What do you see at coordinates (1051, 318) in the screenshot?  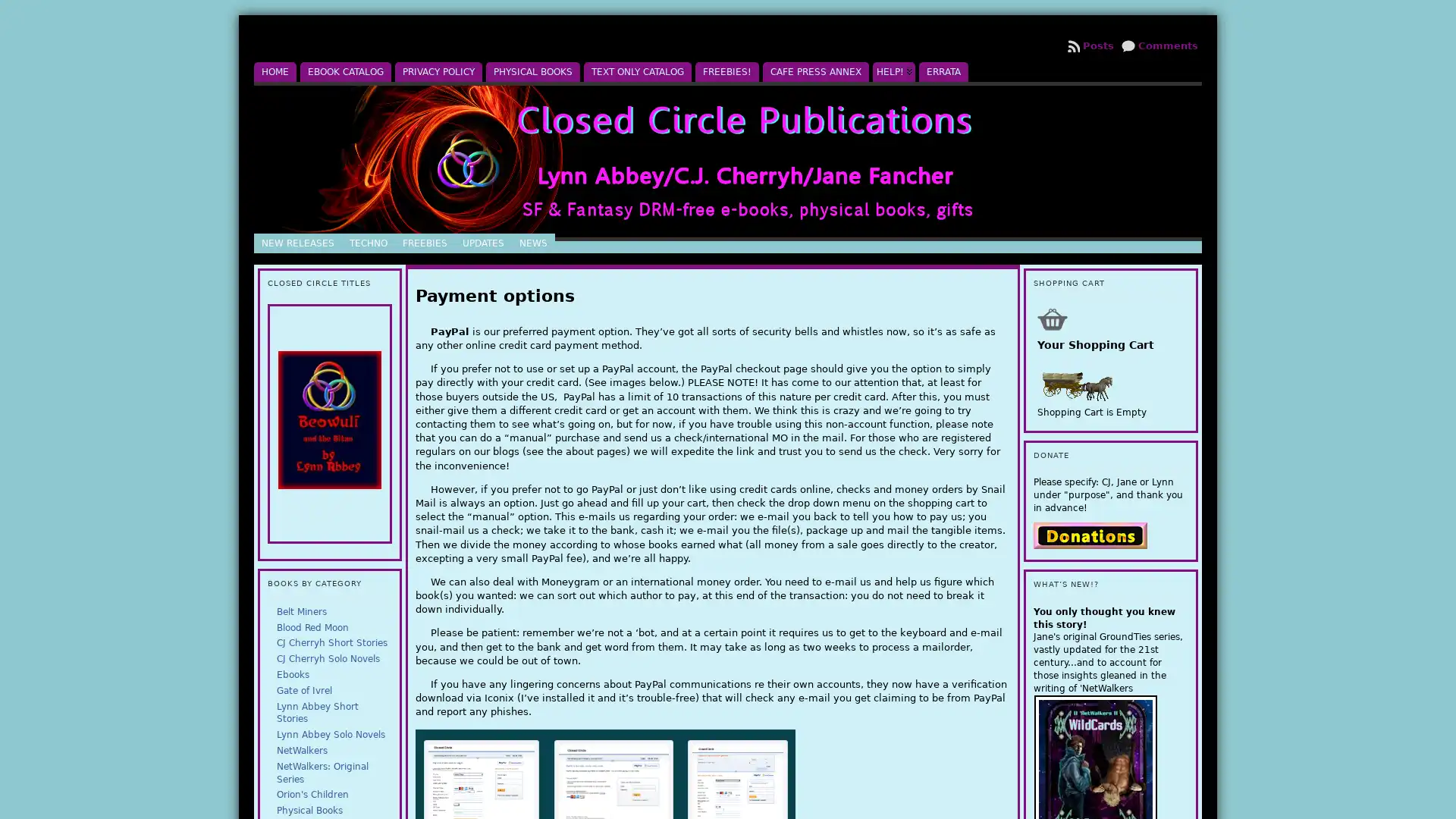 I see `Shopping Cart` at bounding box center [1051, 318].